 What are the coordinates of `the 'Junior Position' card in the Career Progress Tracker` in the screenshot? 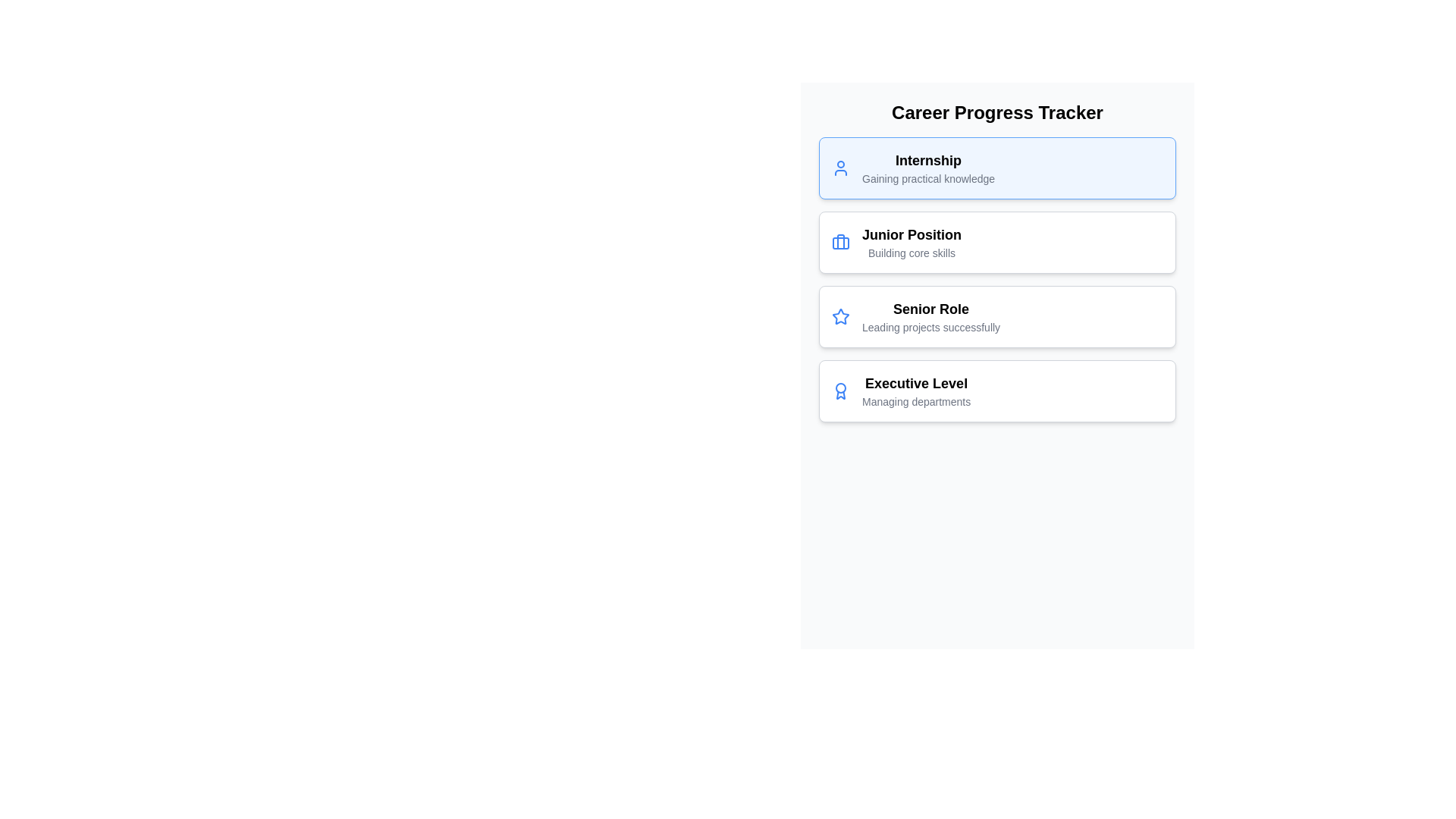 It's located at (911, 242).